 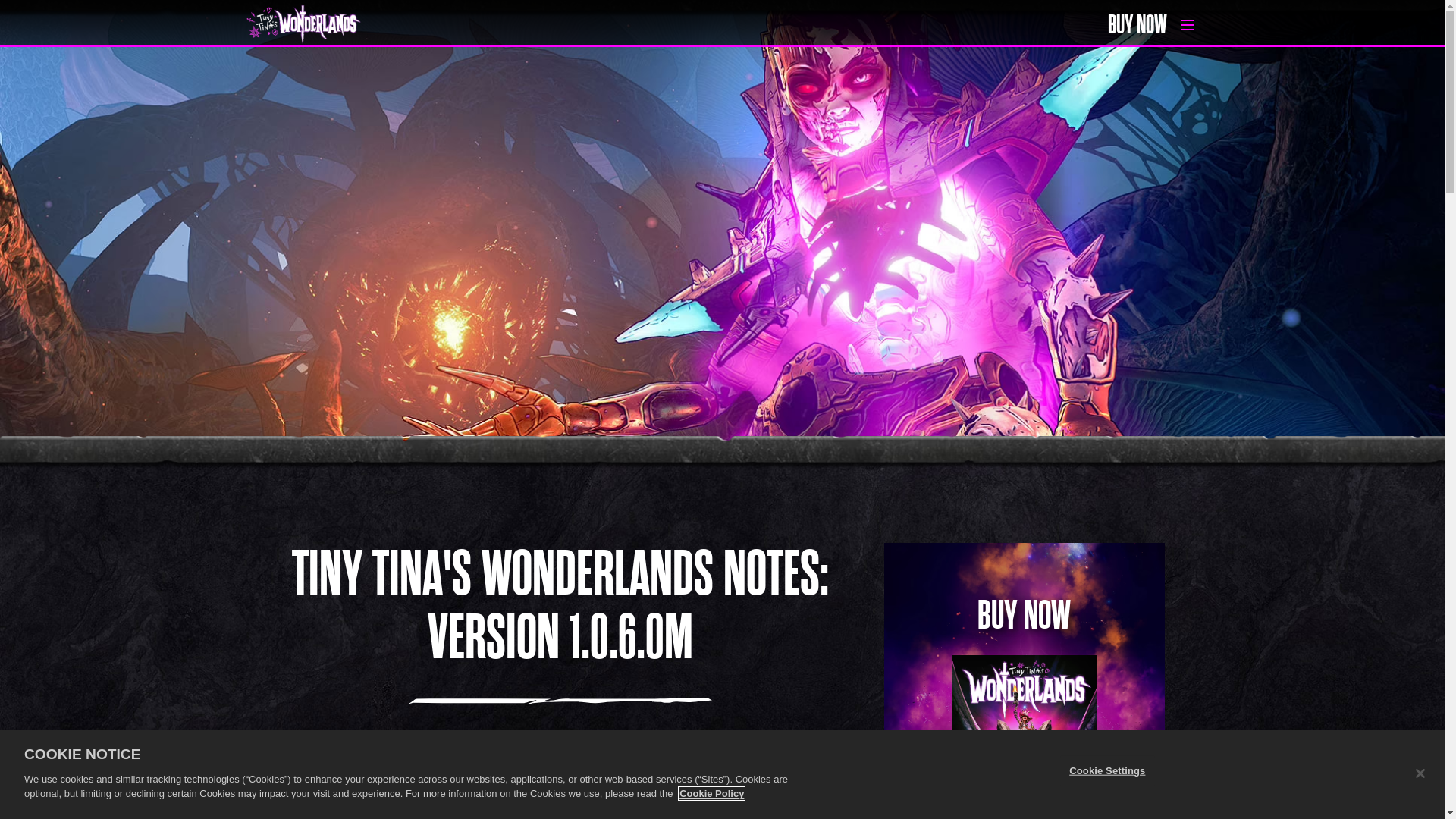 What do you see at coordinates (1059, 770) in the screenshot?
I see `'Cookie Settings'` at bounding box center [1059, 770].